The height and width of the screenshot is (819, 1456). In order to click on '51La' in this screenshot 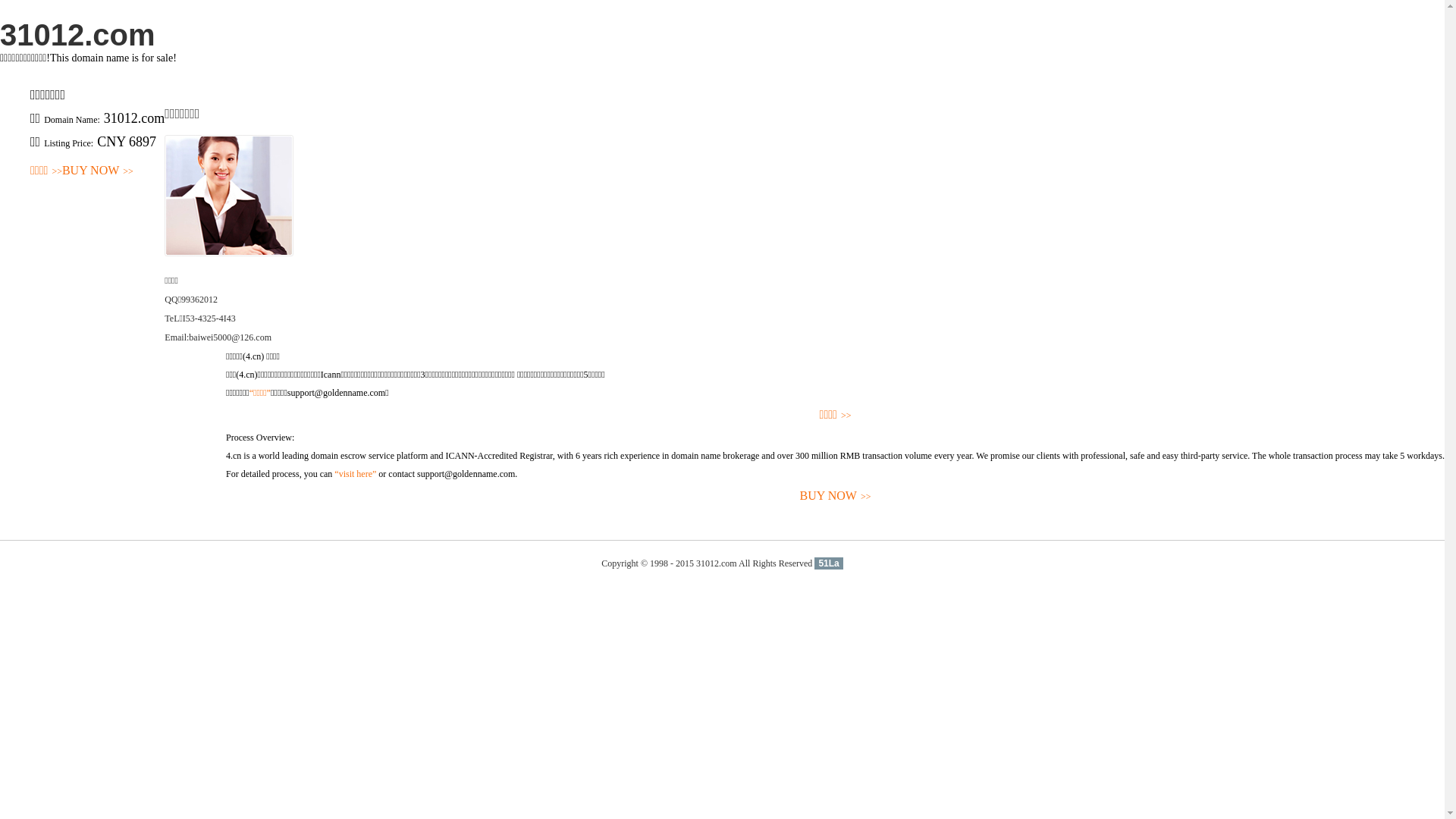, I will do `click(814, 563)`.